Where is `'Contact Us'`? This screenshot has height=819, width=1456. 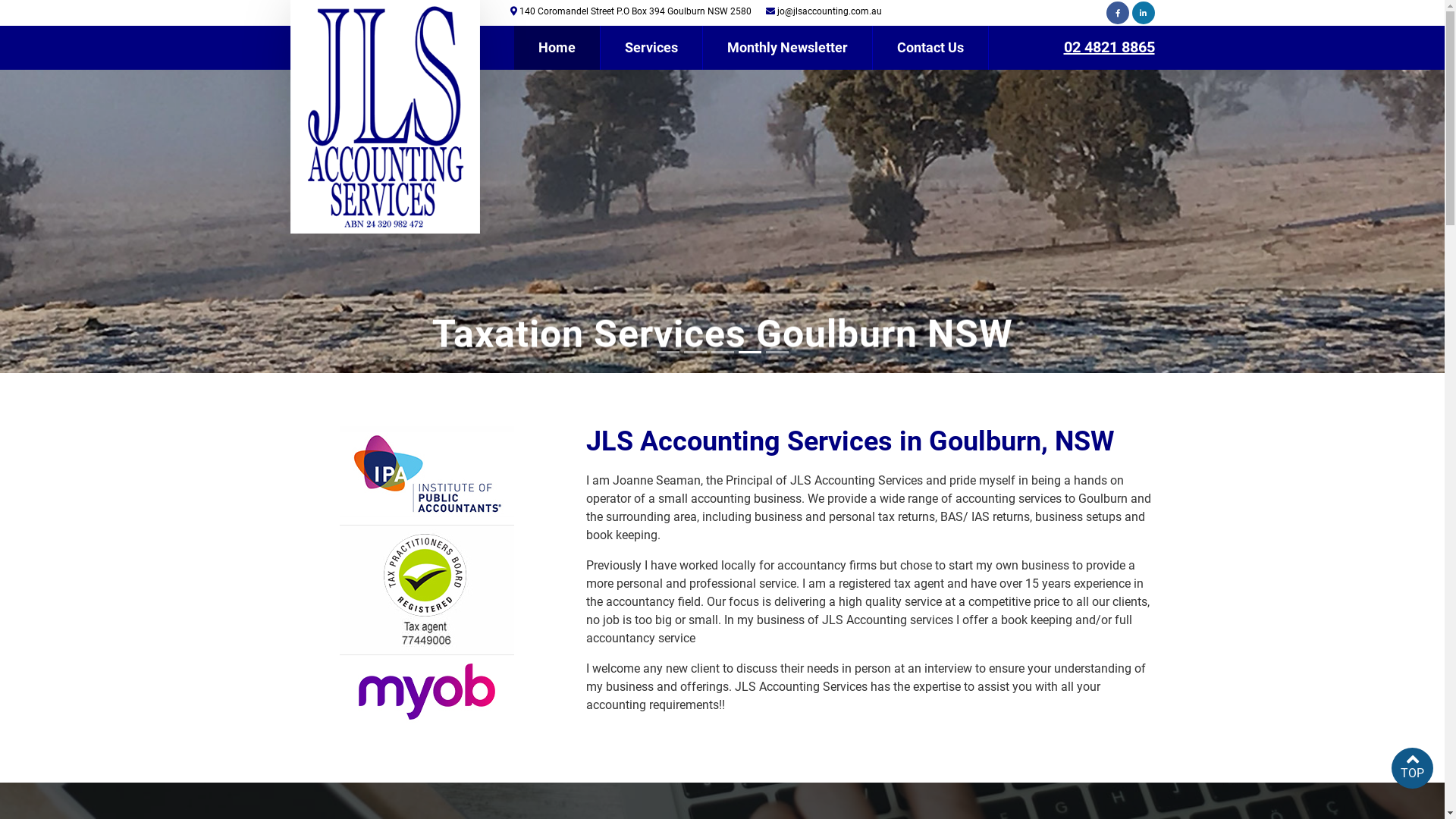 'Contact Us' is located at coordinates (929, 46).